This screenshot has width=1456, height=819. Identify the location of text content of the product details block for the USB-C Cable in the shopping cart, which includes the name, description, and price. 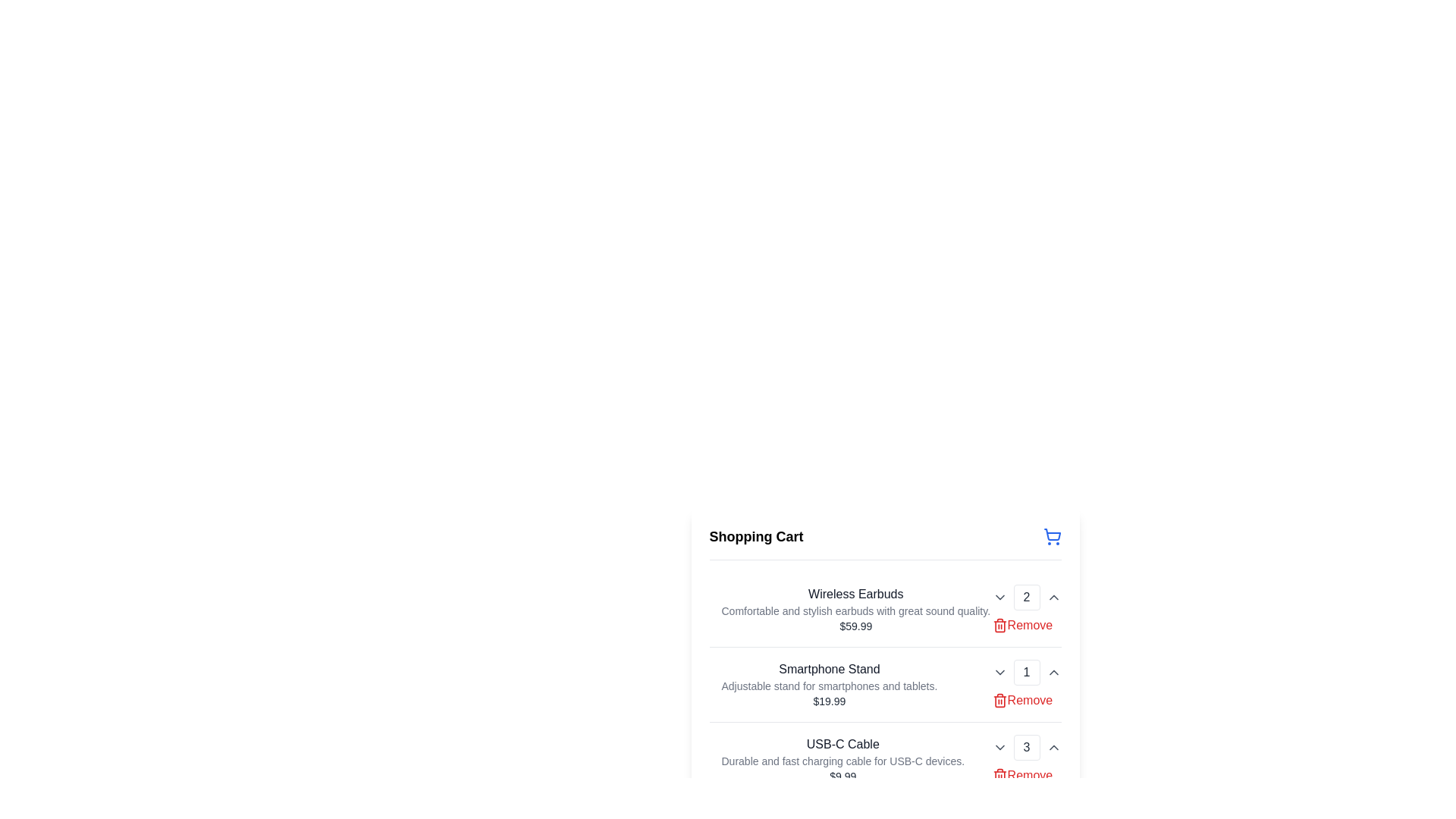
(836, 760).